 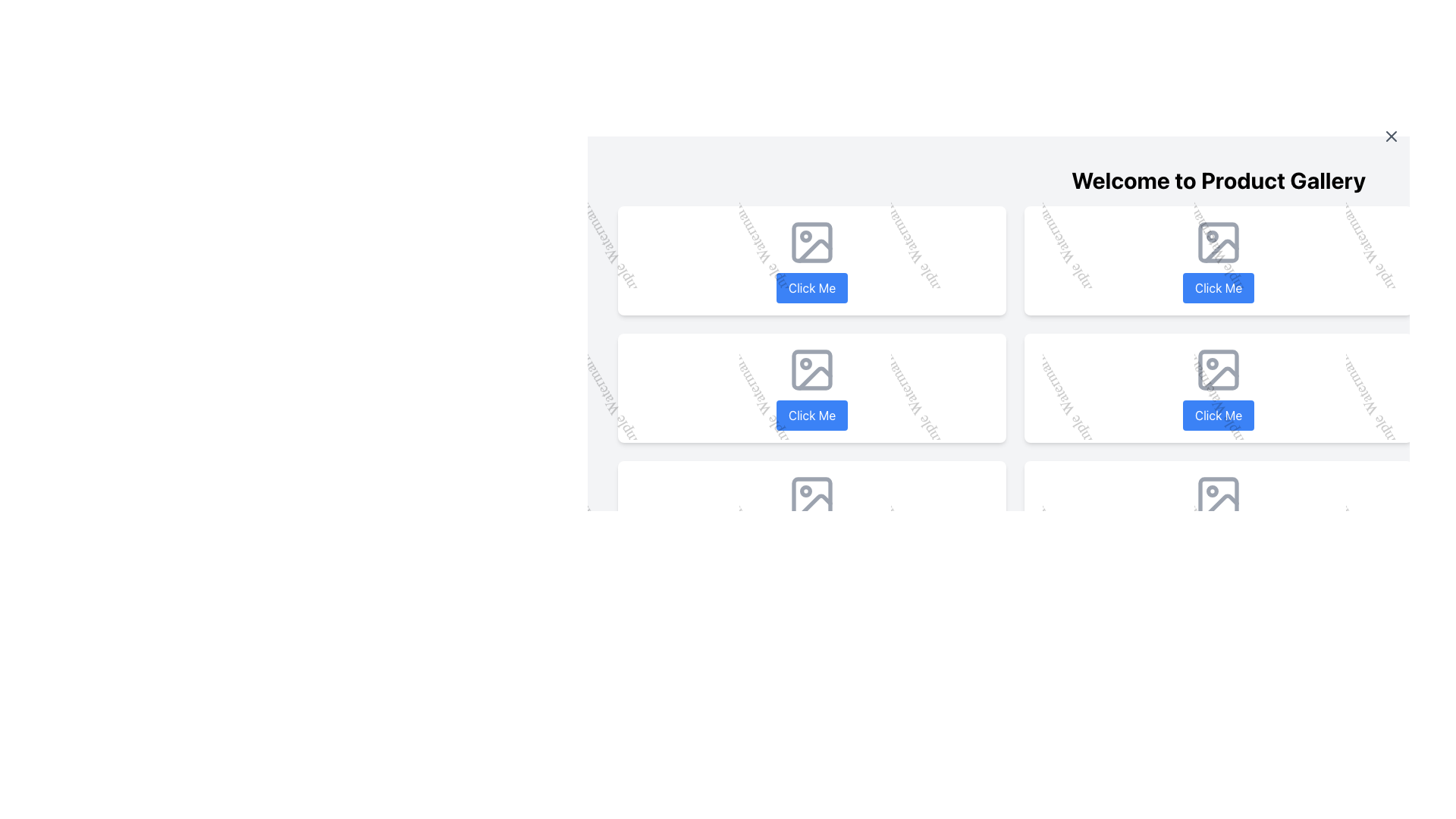 I want to click on the blue button labeled 'Click Me' on the second interactive card in the first row of the product gallery, so click(x=1219, y=259).